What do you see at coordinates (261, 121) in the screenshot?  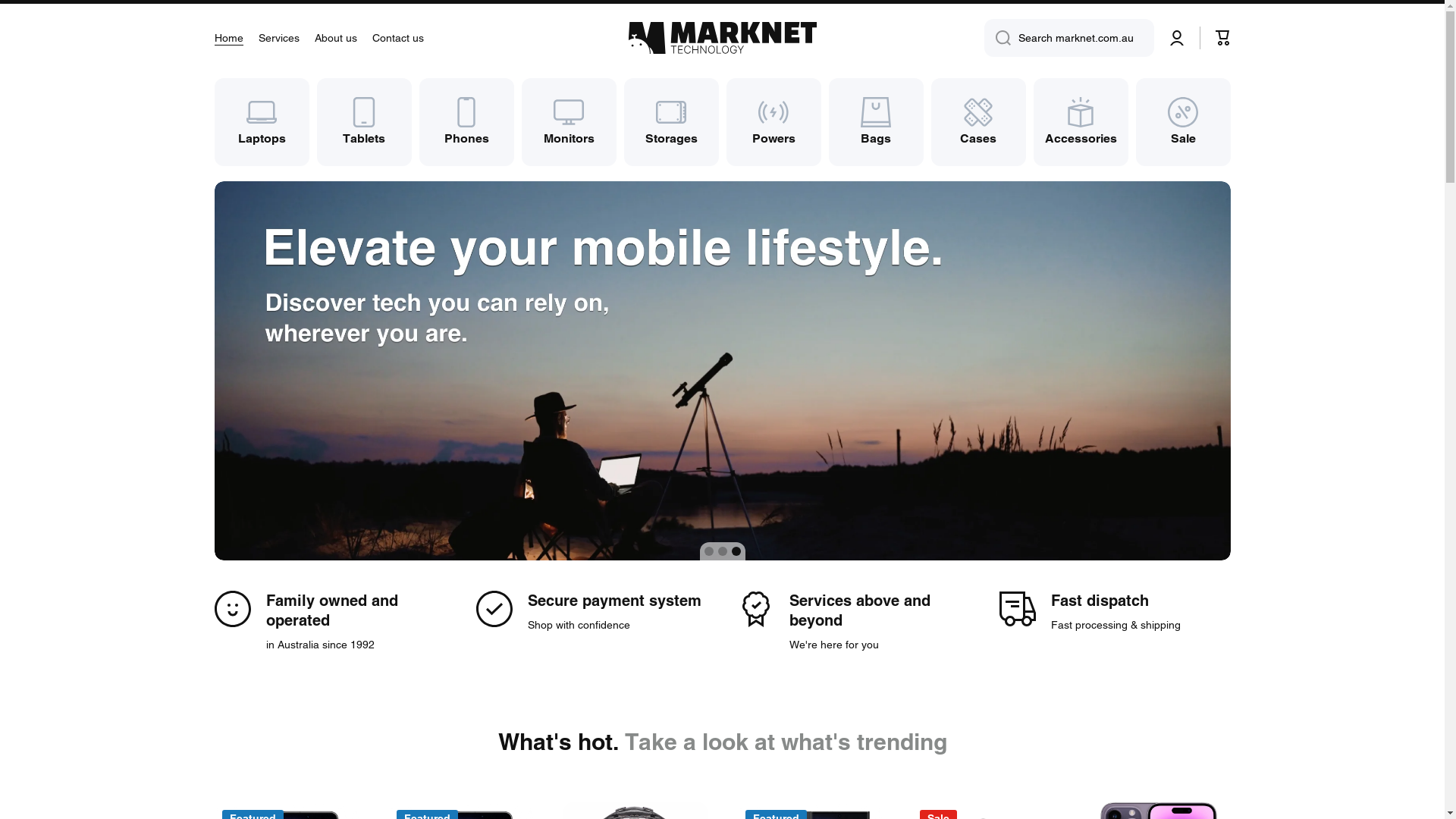 I see `'Laptops'` at bounding box center [261, 121].